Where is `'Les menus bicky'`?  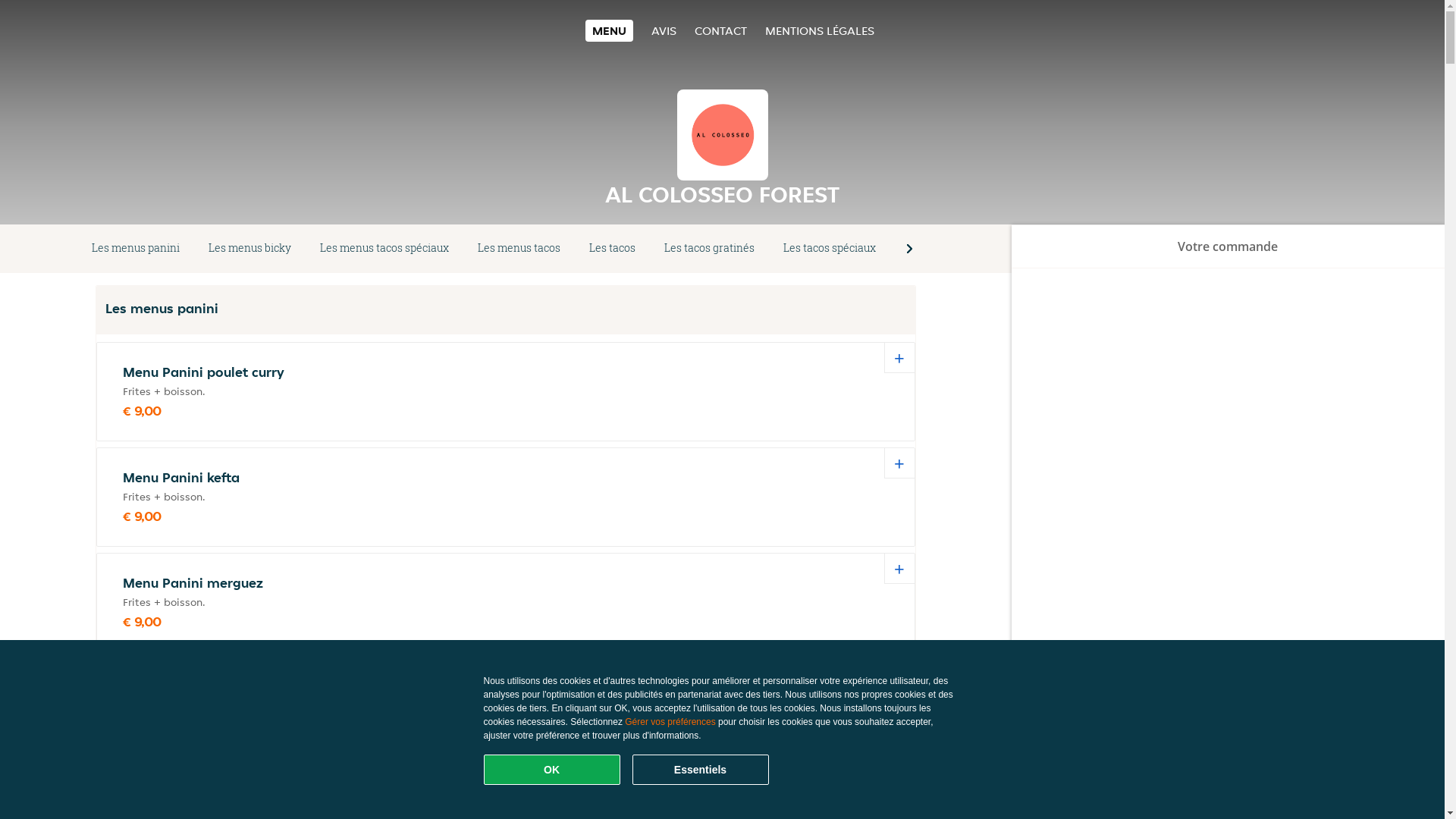
'Les menus bicky' is located at coordinates (249, 247).